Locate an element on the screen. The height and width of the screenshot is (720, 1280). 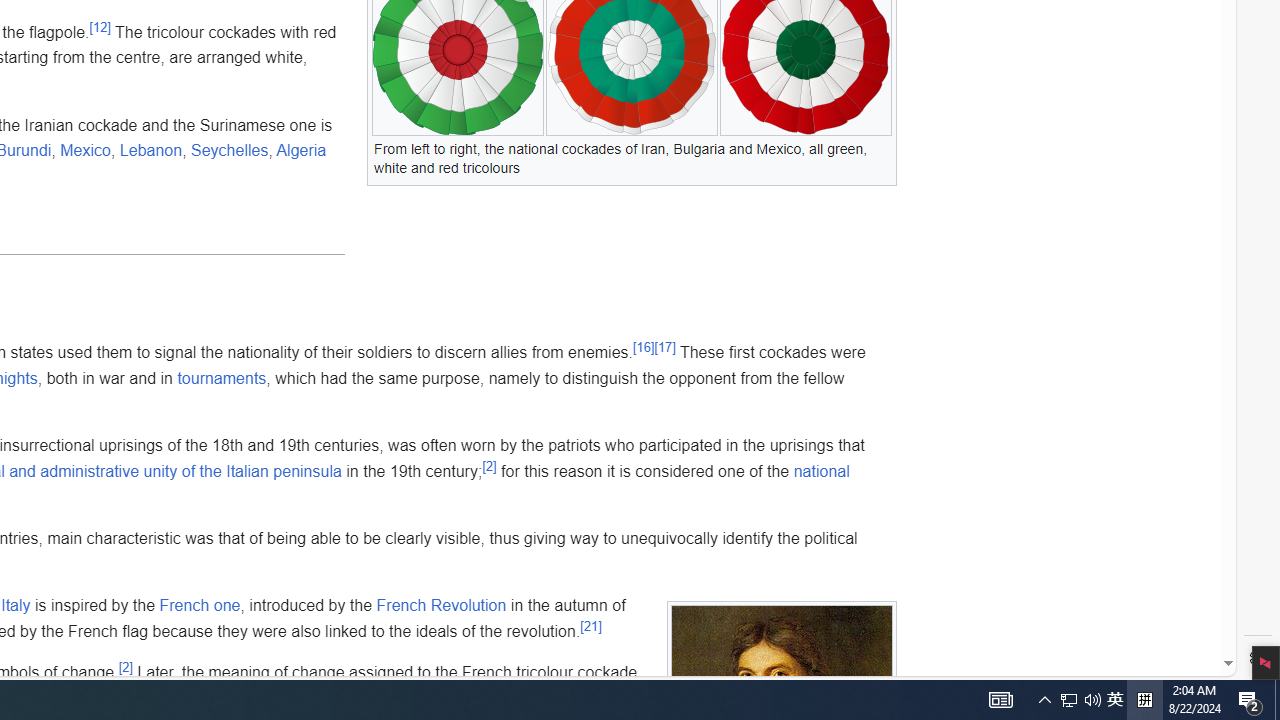
'Mexico' is located at coordinates (84, 149).